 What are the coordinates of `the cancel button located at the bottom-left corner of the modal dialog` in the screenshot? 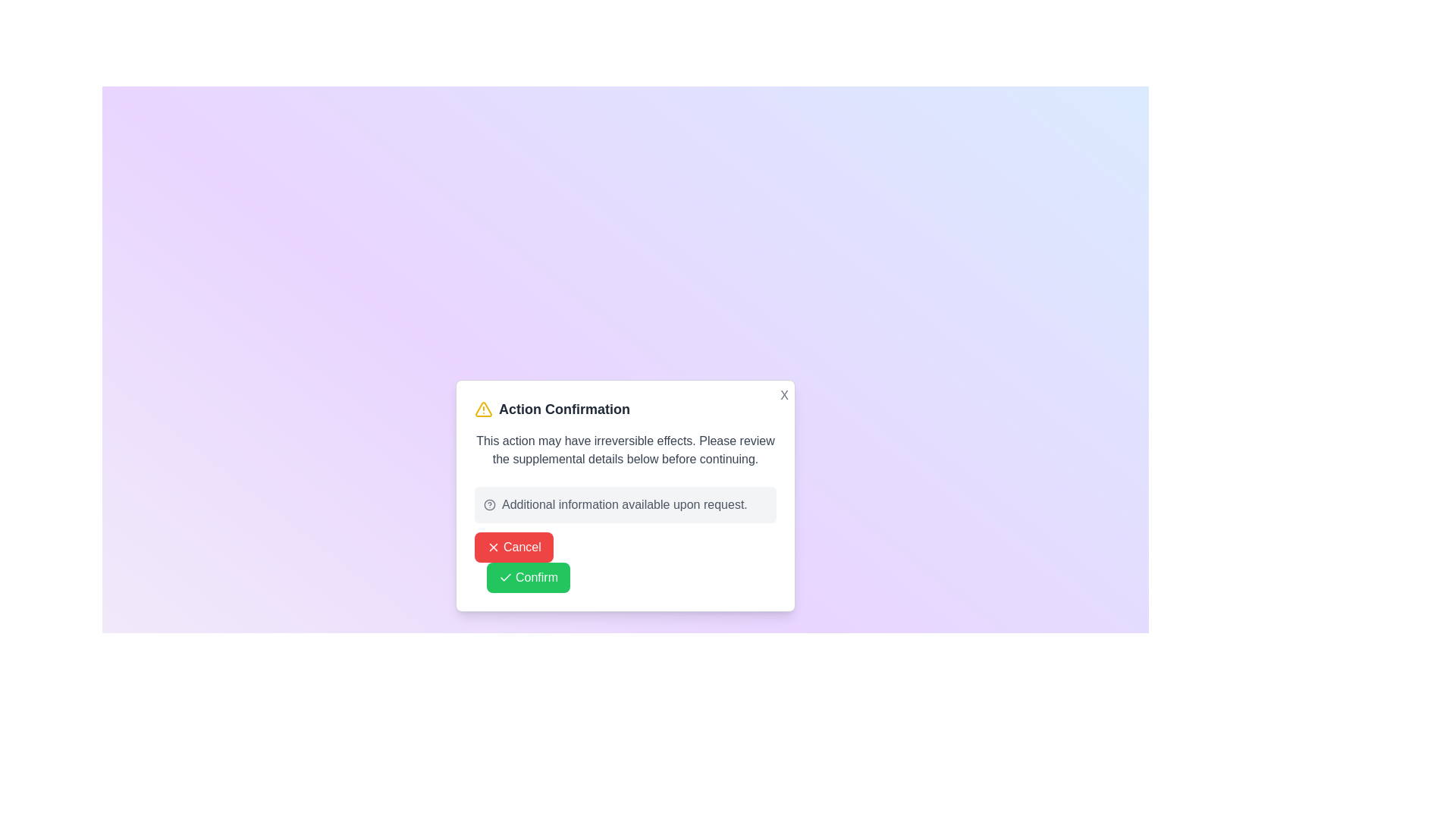 It's located at (513, 547).